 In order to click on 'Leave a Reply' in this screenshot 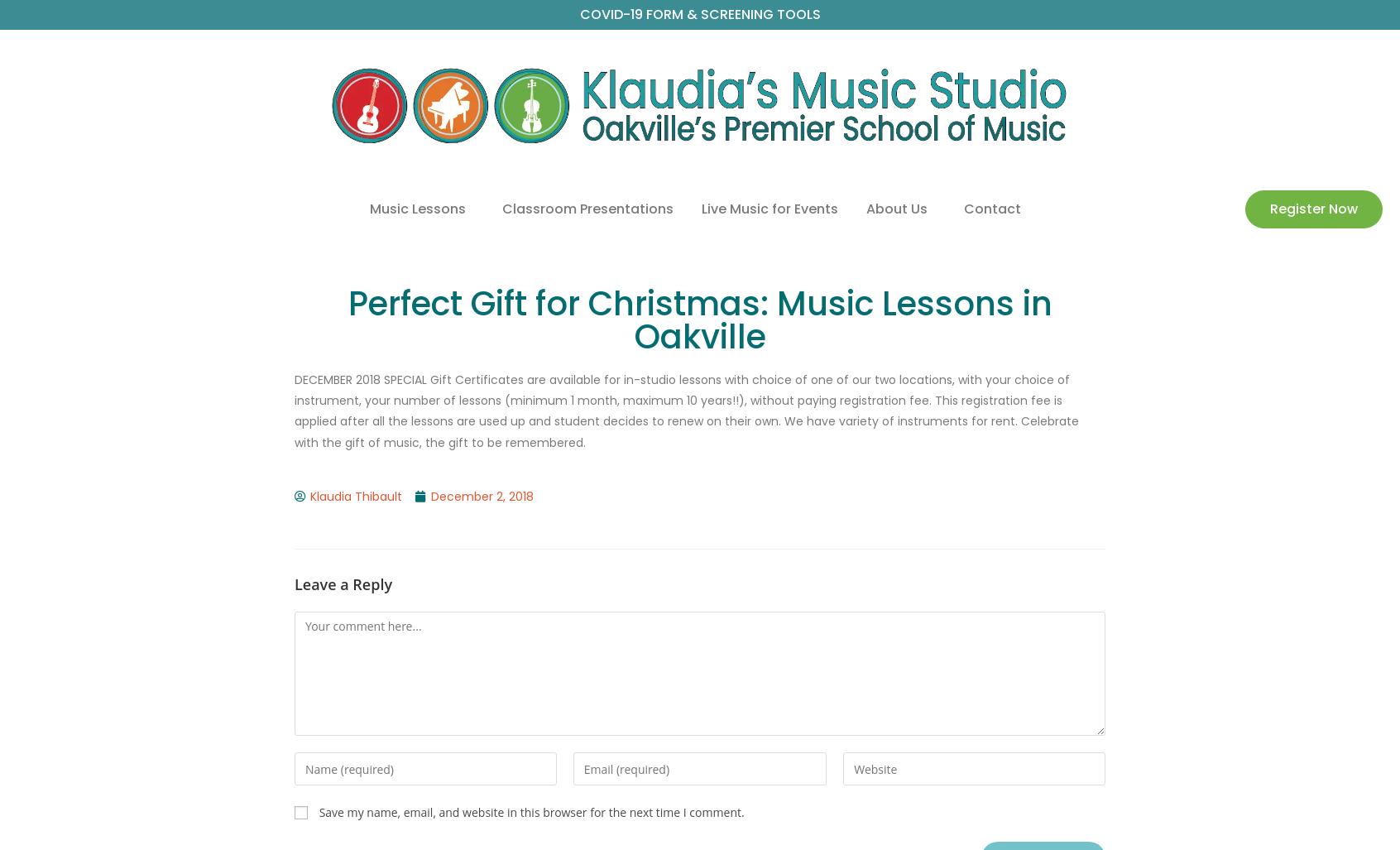, I will do `click(343, 583)`.